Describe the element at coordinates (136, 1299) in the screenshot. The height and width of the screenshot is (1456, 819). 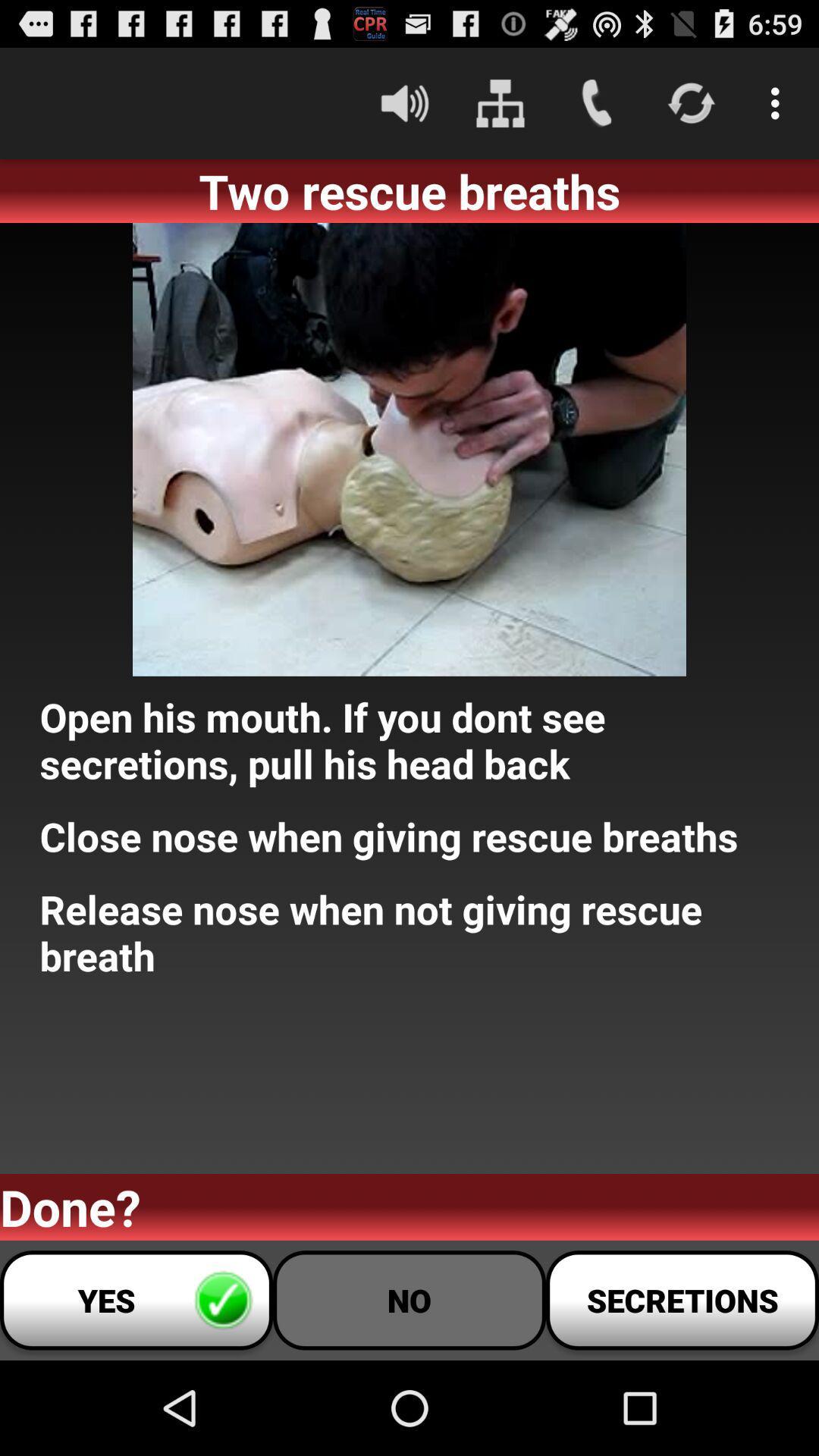
I see `yes` at that location.